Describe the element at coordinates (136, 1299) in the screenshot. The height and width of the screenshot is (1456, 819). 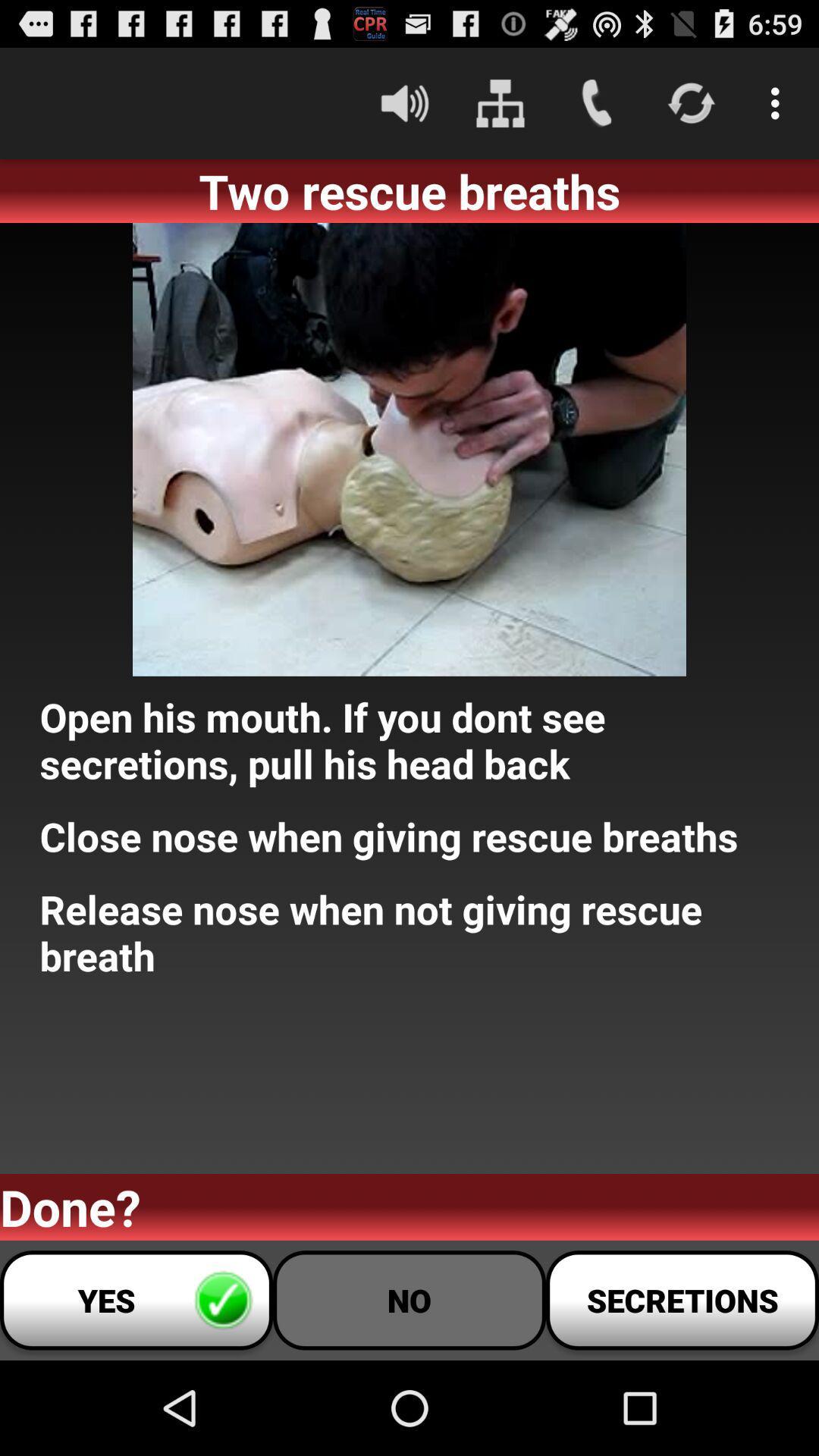
I see `yes` at that location.